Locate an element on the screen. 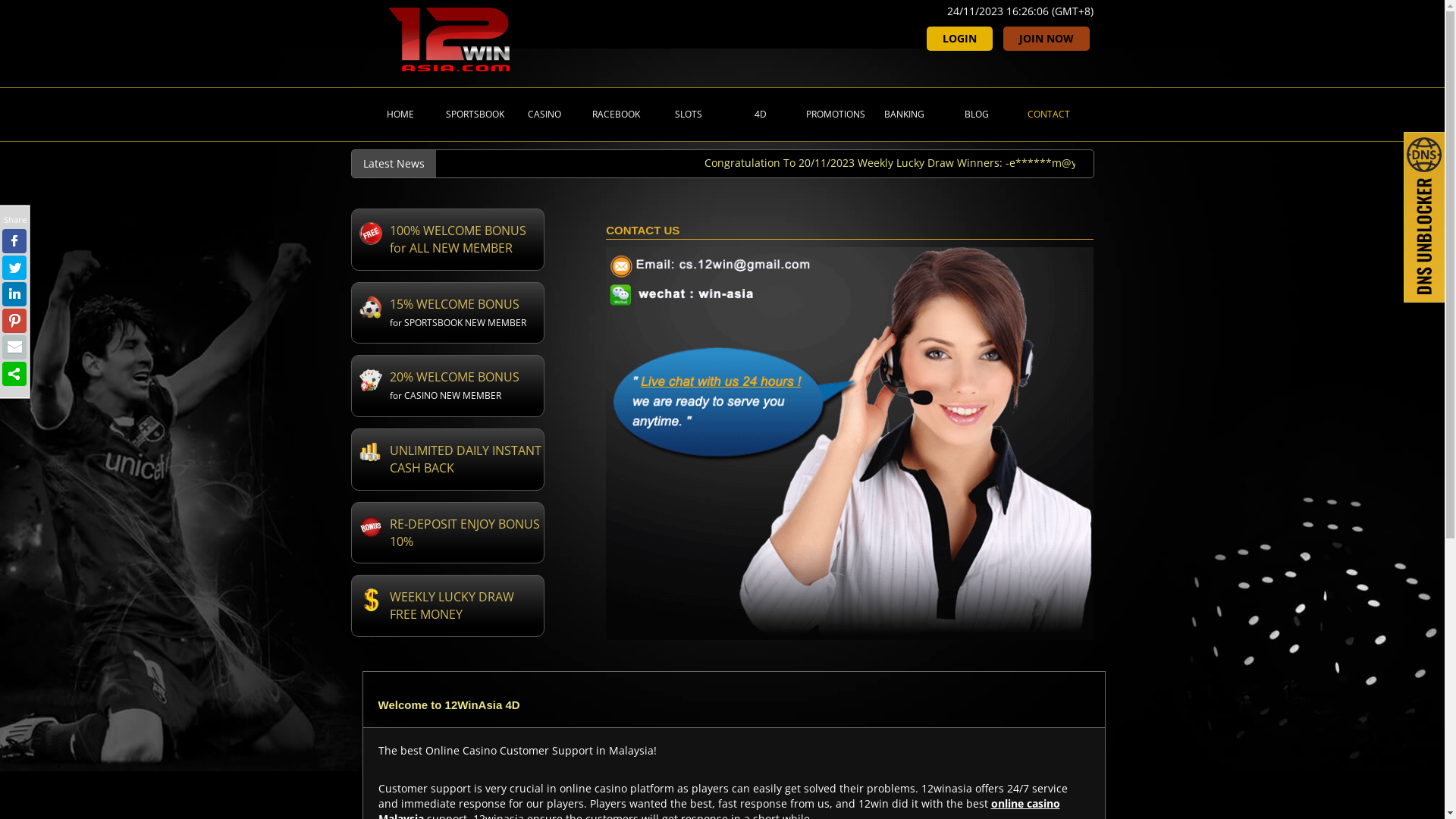 Image resolution: width=1456 pixels, height=819 pixels. 'JOIN NOW' is located at coordinates (1046, 37).